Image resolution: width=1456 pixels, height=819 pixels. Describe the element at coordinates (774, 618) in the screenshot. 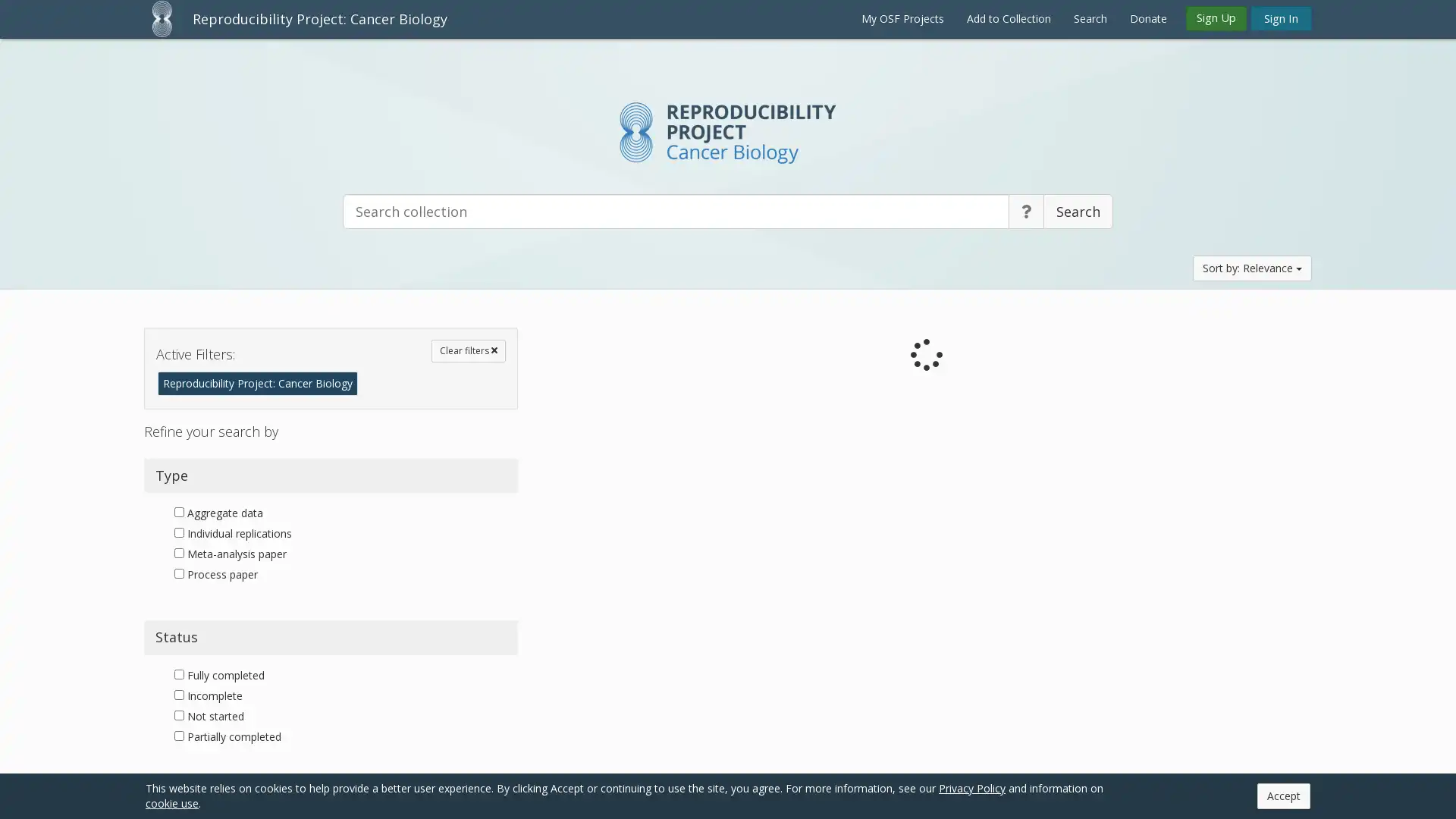

I see `| Status: Fully completed` at that location.